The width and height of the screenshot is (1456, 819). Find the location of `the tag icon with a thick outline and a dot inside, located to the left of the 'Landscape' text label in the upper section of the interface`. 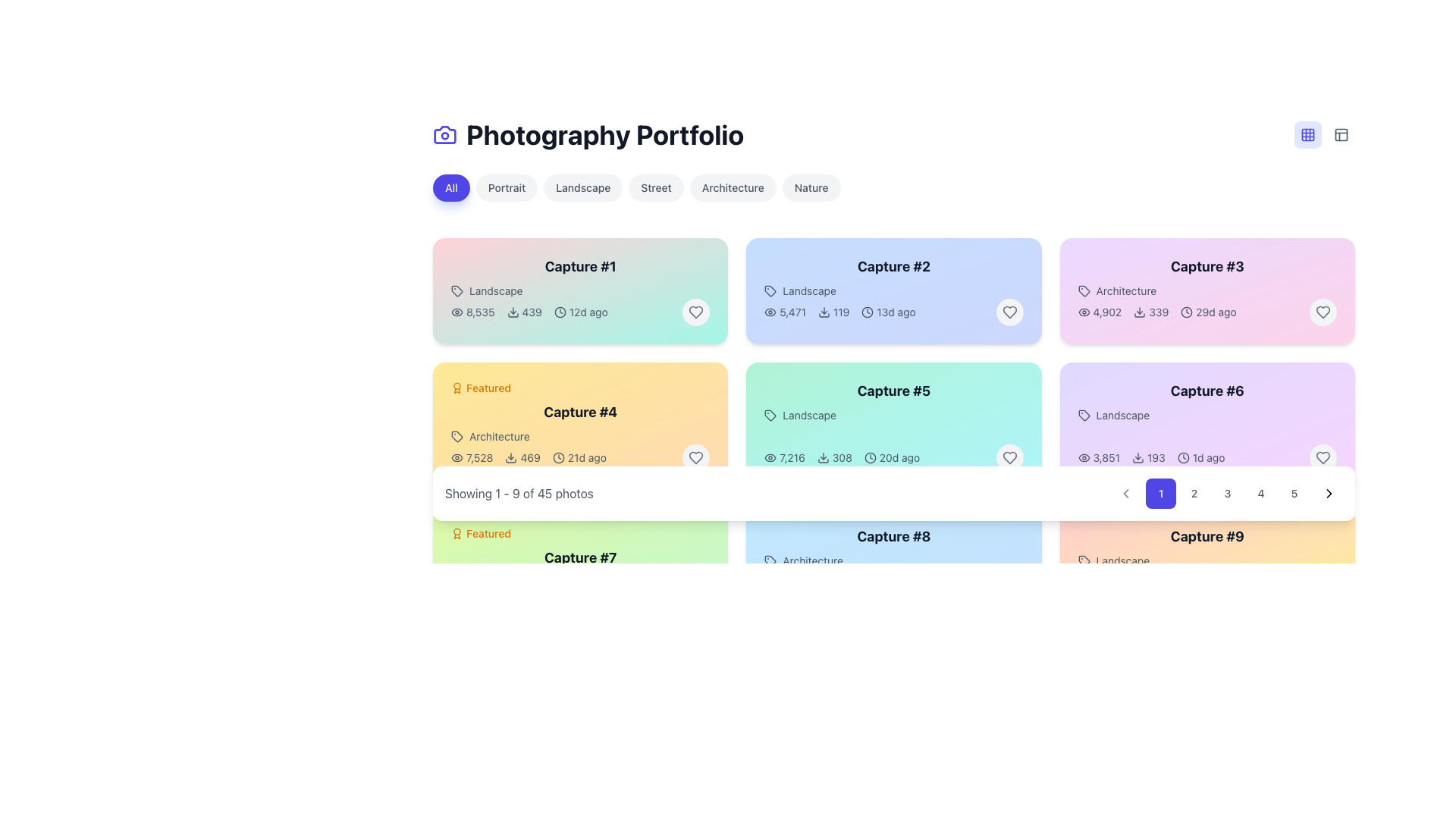

the tag icon with a thick outline and a dot inside, located to the left of the 'Landscape' text label in the upper section of the interface is located at coordinates (1083, 561).